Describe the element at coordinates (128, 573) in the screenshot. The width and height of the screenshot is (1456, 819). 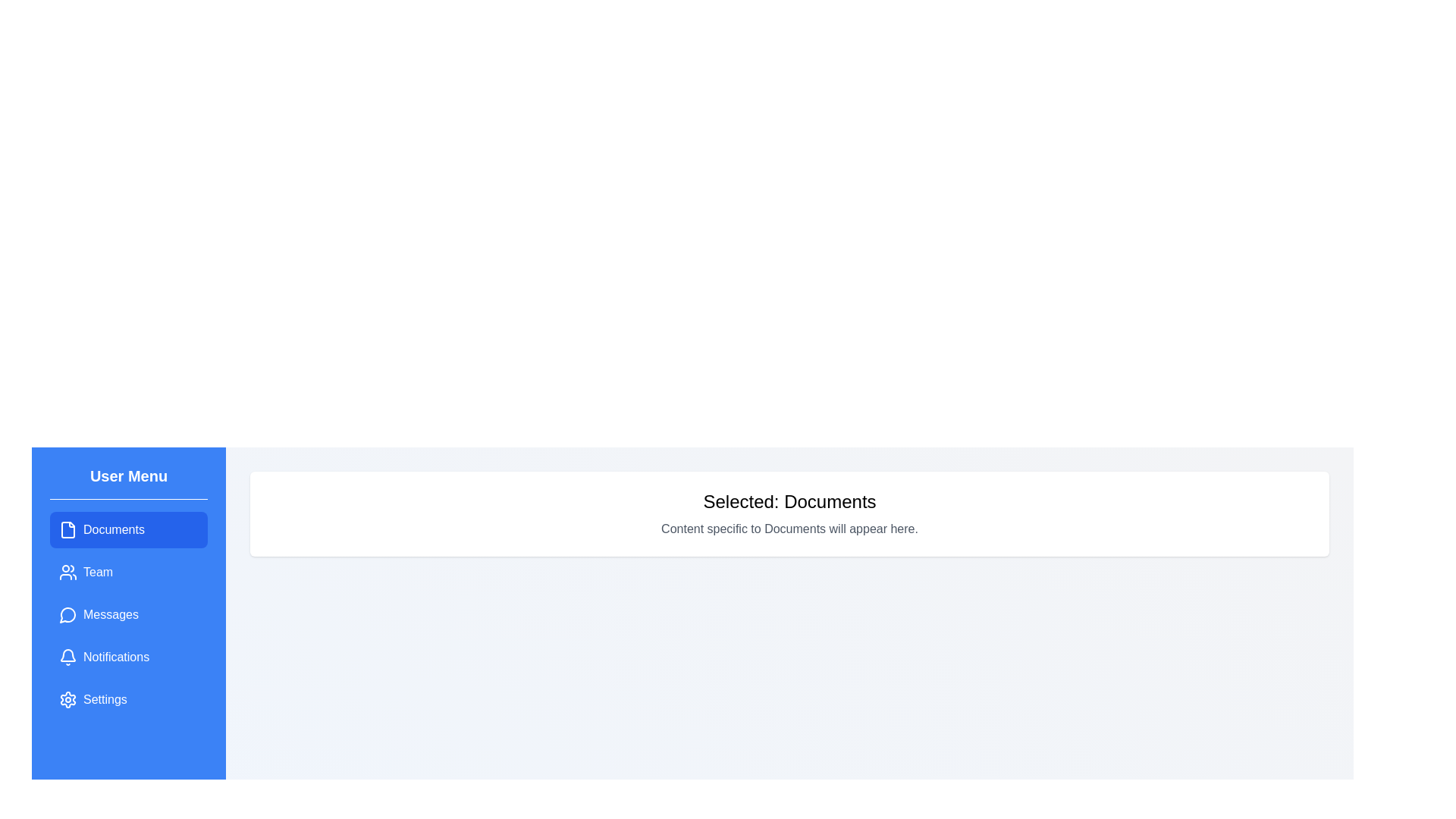
I see `the menu item labeled 'Team' to observe its hover effect` at that location.